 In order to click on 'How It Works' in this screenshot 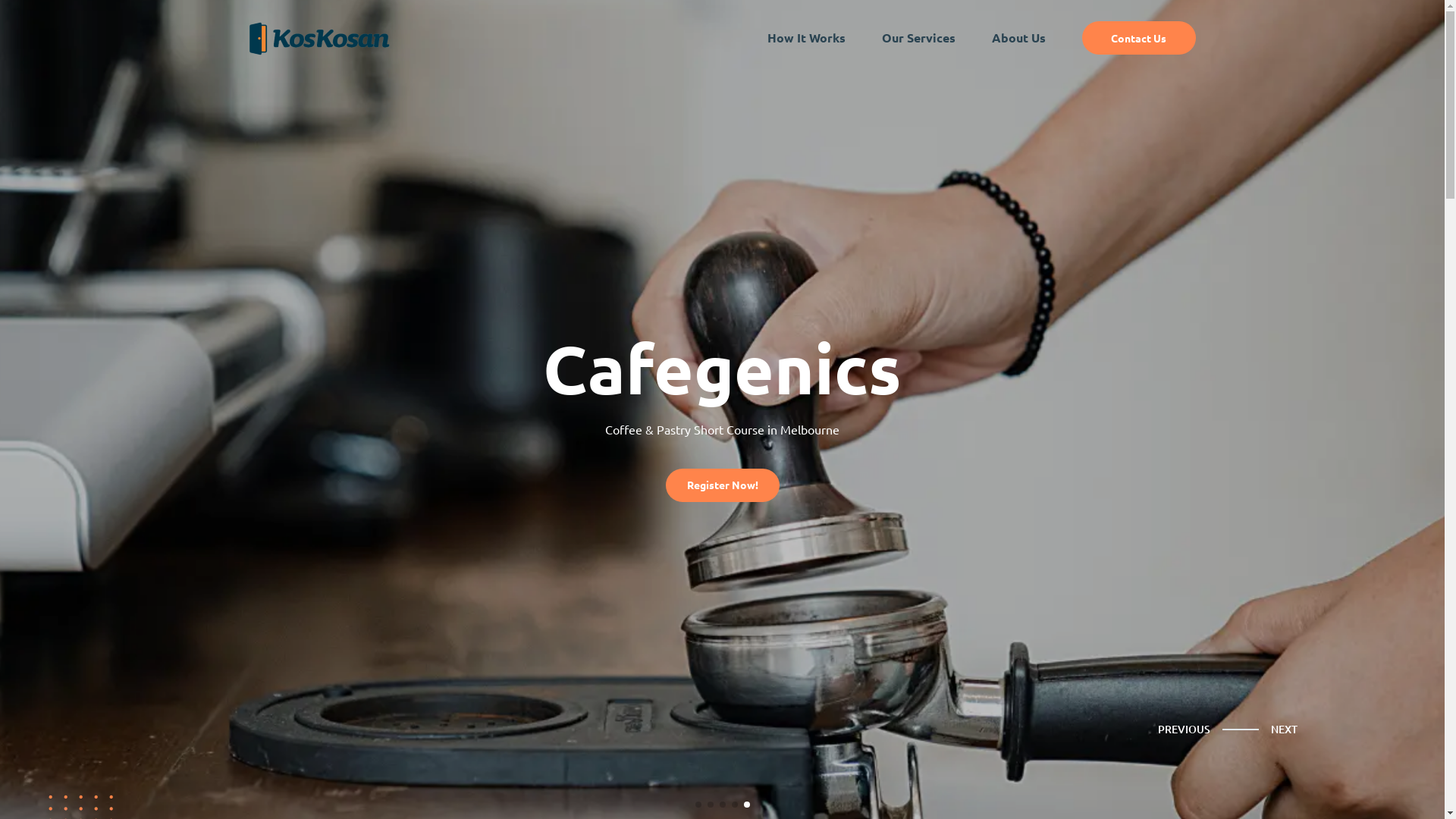, I will do `click(805, 37)`.